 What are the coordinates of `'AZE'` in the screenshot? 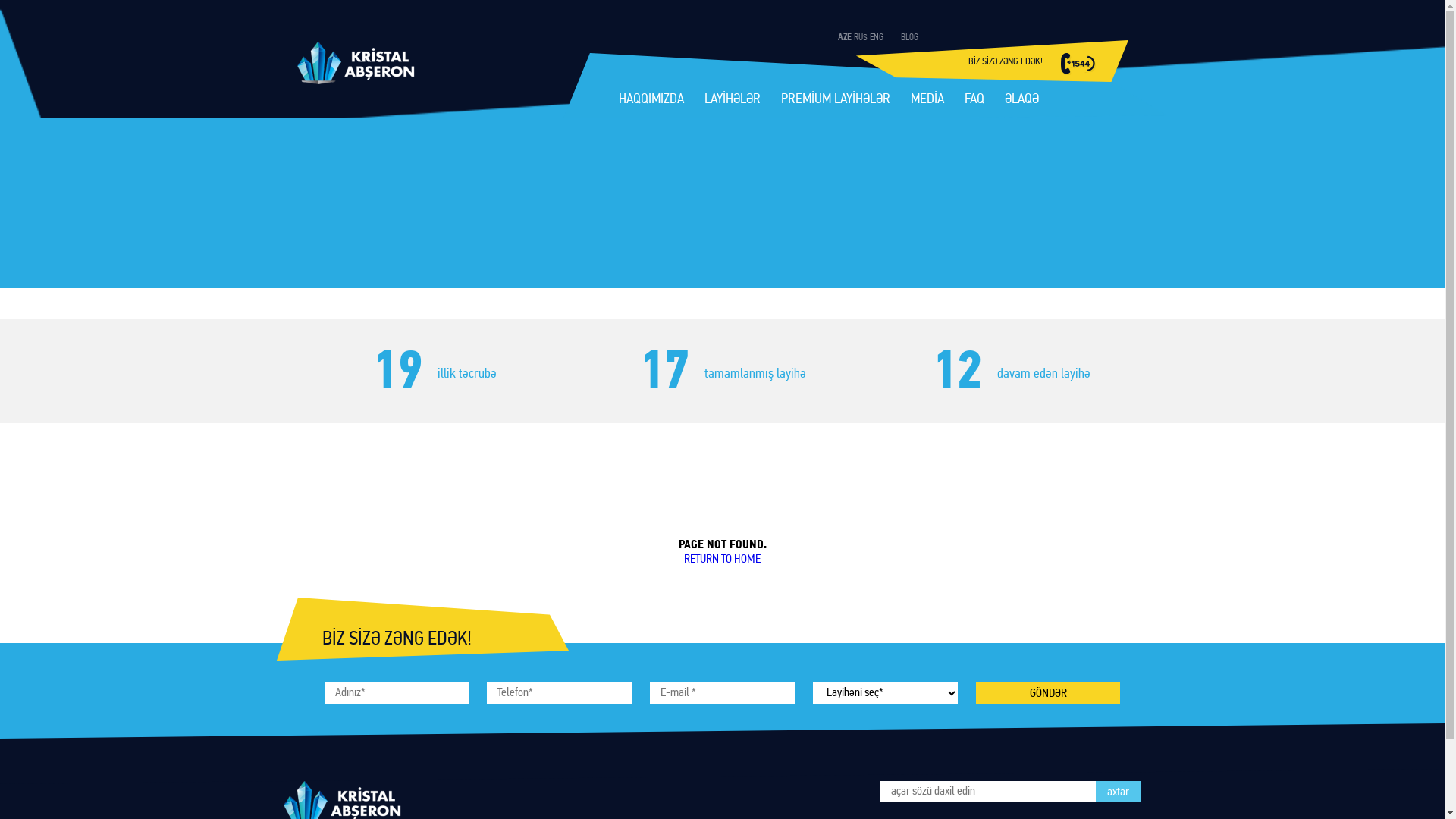 It's located at (843, 37).